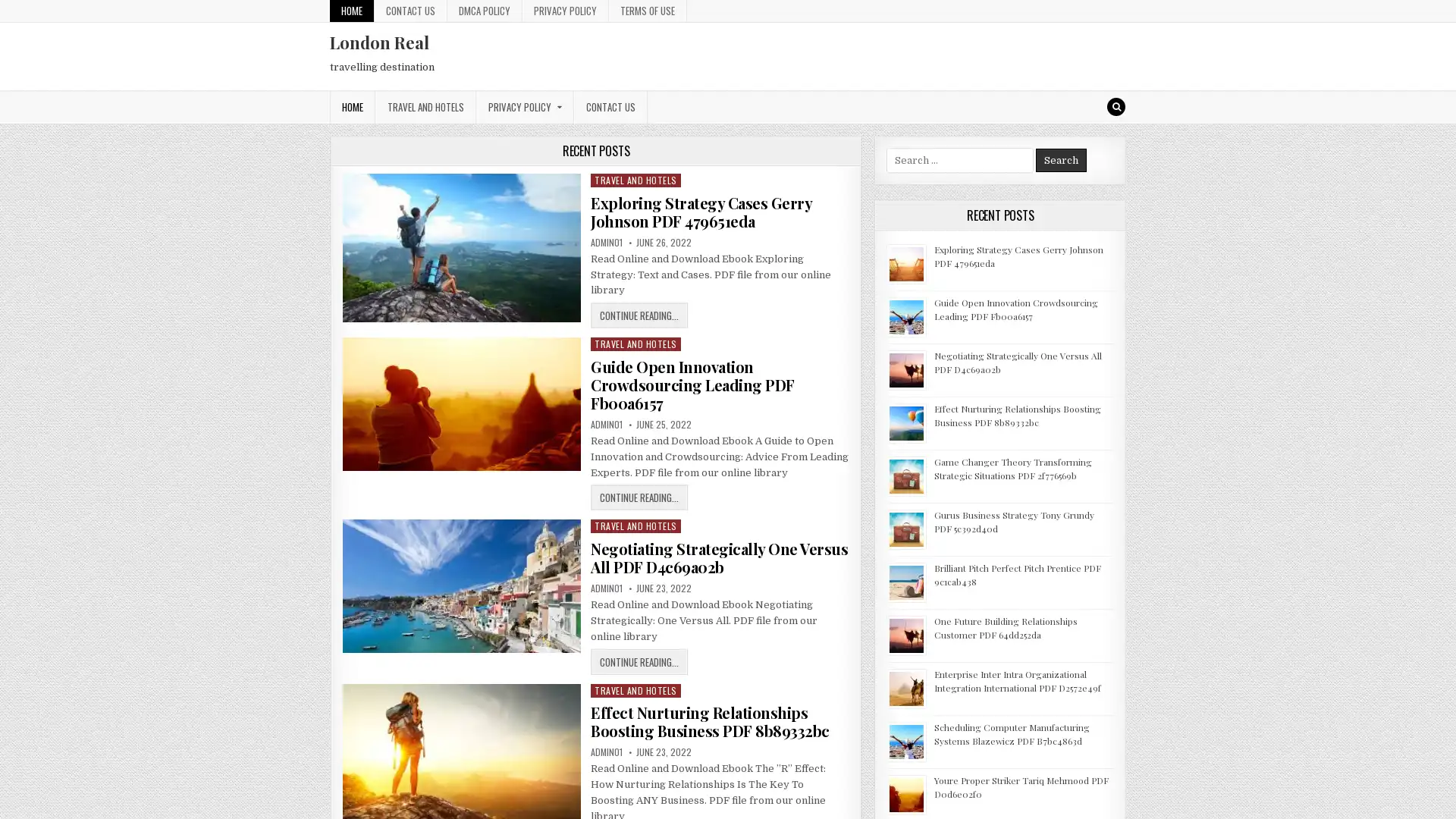 The image size is (1456, 819). Describe the element at coordinates (1060, 160) in the screenshot. I see `Search` at that location.